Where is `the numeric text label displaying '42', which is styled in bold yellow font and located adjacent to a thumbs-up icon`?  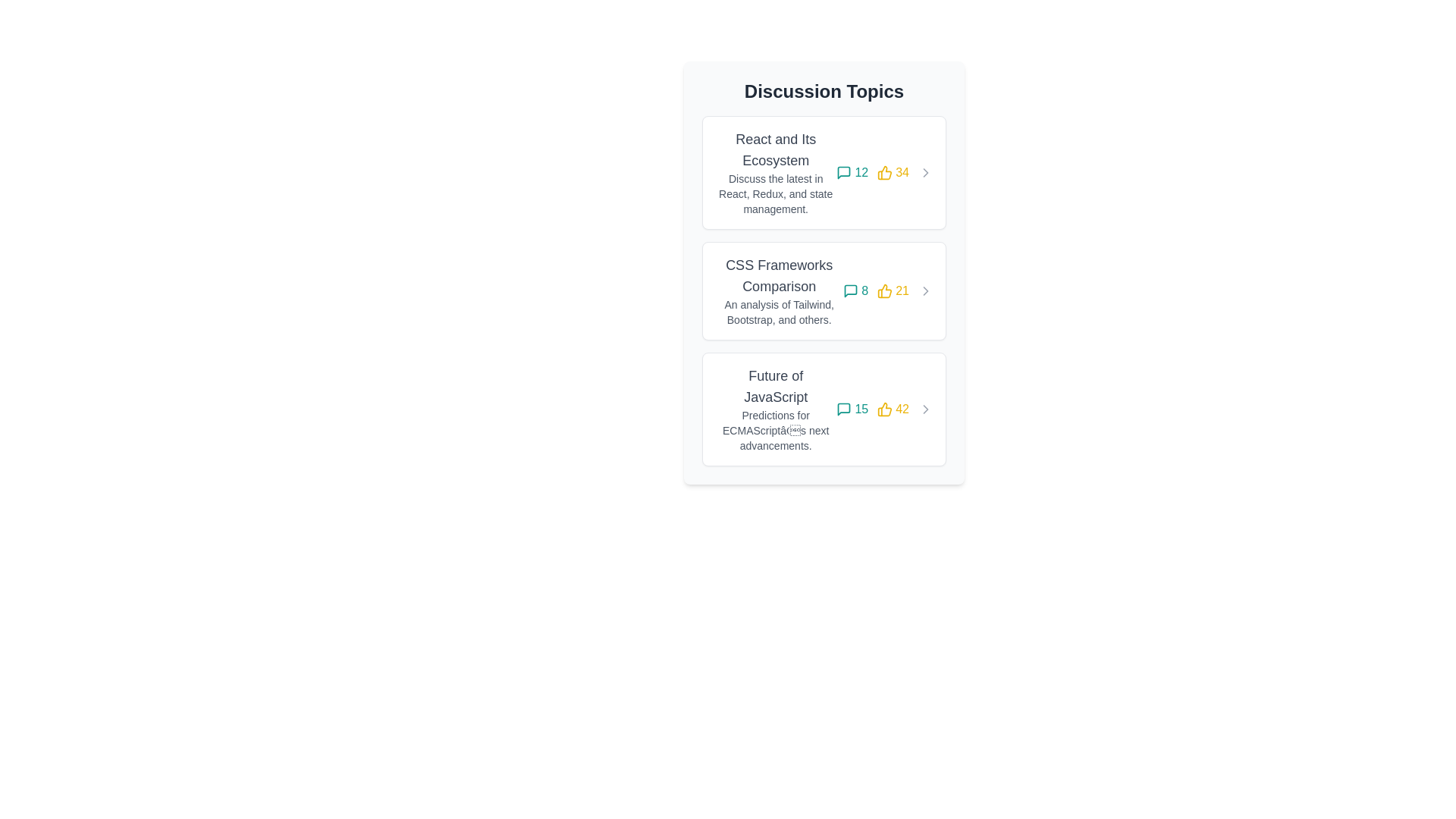 the numeric text label displaying '42', which is styled in bold yellow font and located adjacent to a thumbs-up icon is located at coordinates (902, 409).